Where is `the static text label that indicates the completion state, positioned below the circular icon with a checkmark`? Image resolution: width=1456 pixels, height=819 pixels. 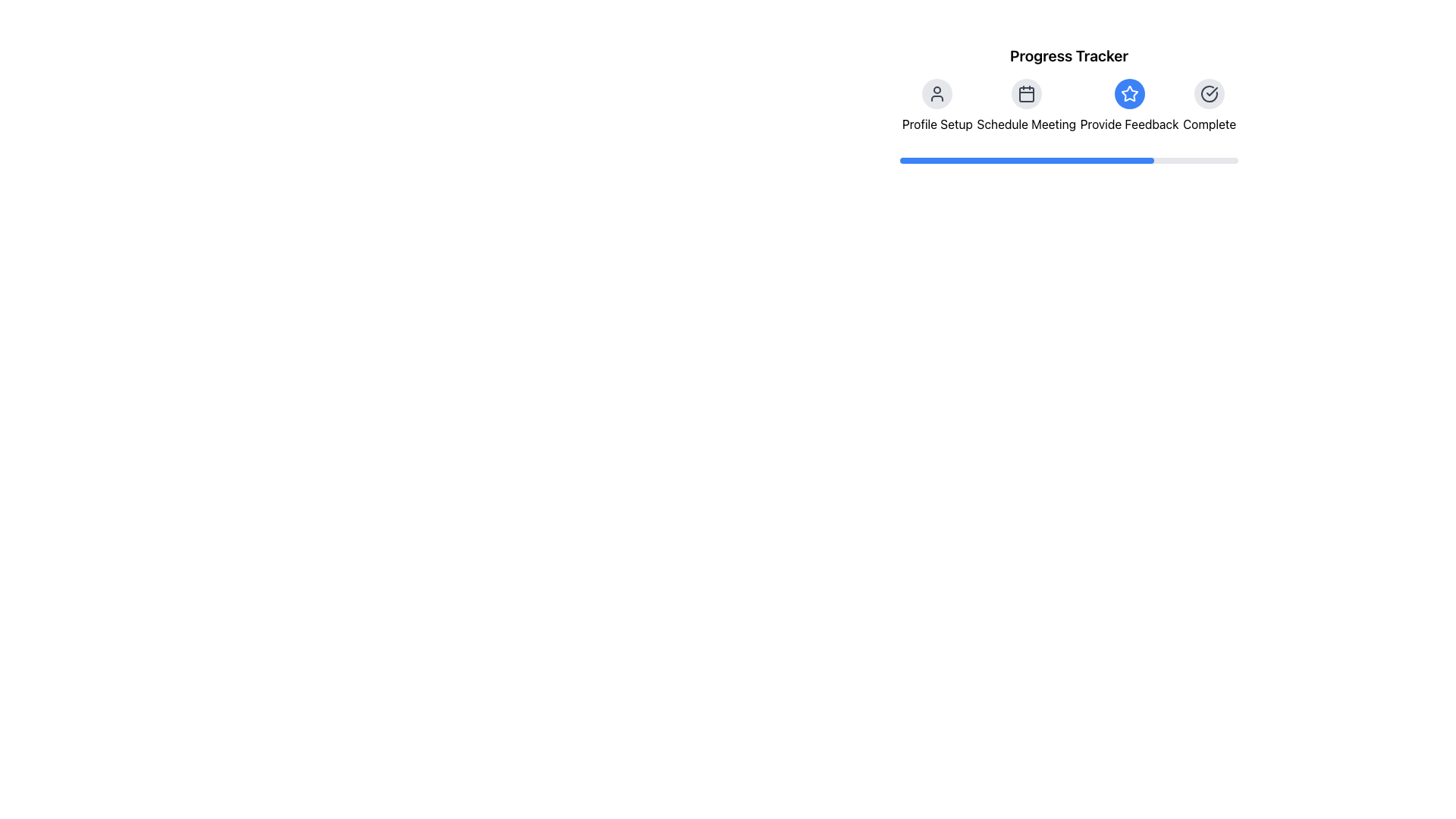 the static text label that indicates the completion state, positioned below the circular icon with a checkmark is located at coordinates (1209, 124).